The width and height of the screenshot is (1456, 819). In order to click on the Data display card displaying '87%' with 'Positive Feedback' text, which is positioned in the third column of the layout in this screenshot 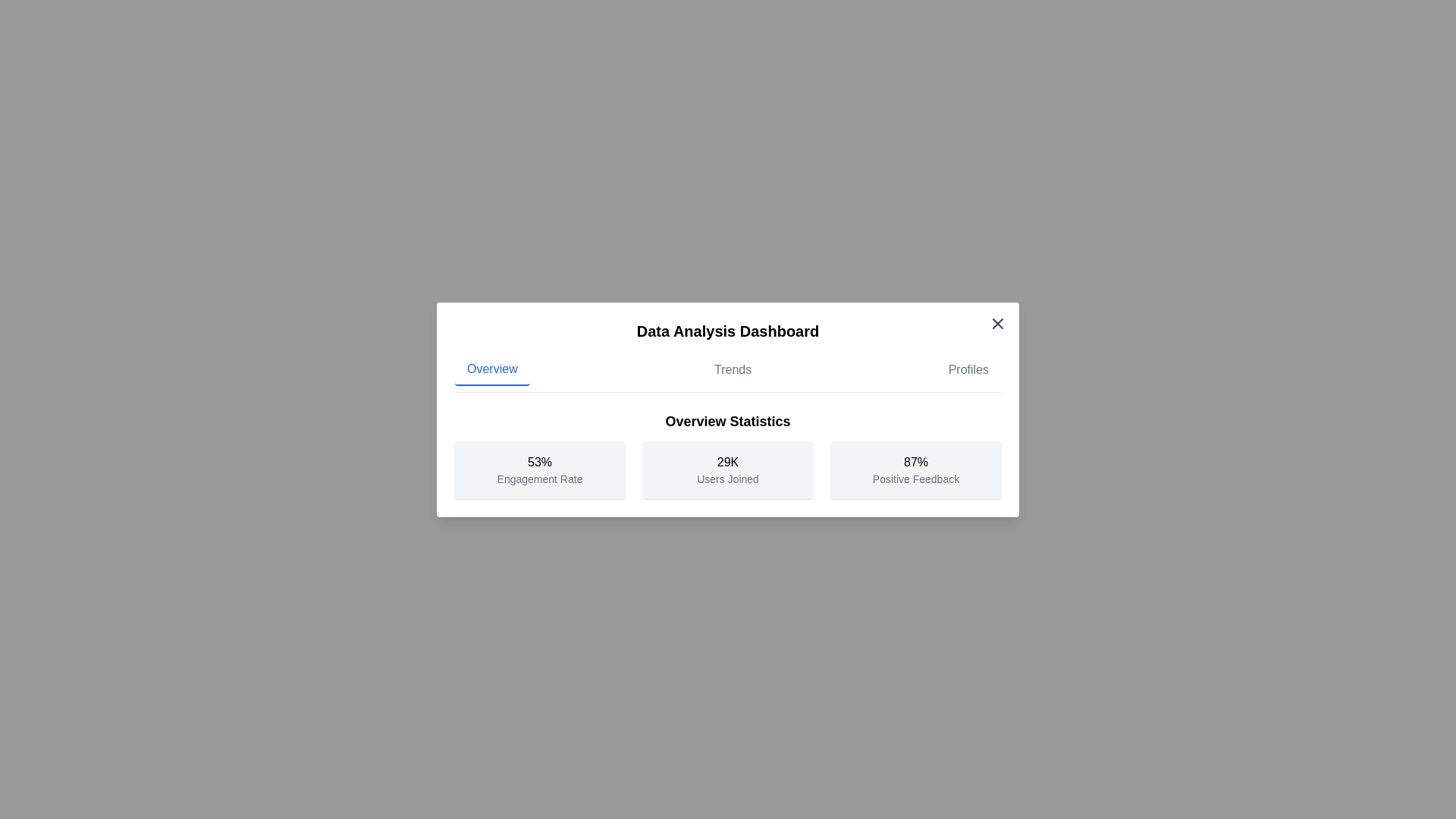, I will do `click(915, 469)`.